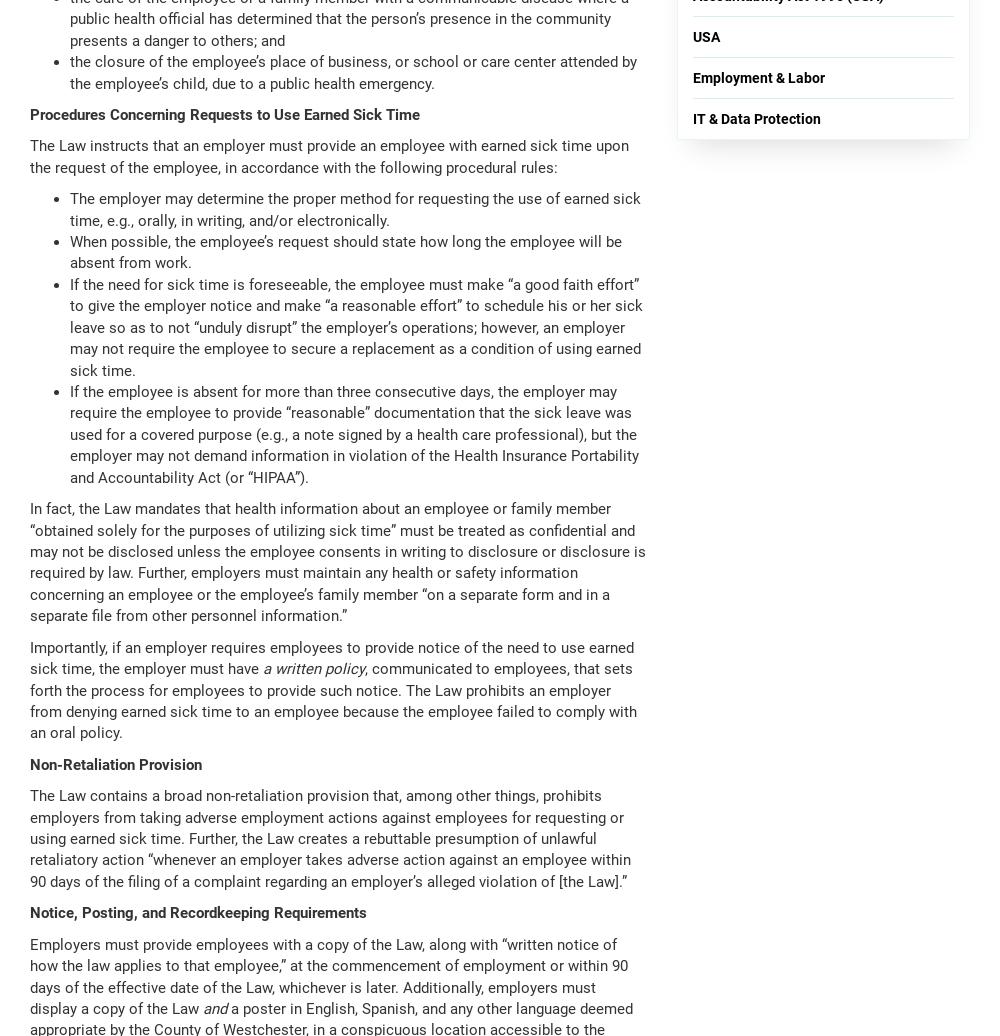 This screenshot has height=1036, width=1000. What do you see at coordinates (115, 764) in the screenshot?
I see `'Non-Retaliation Provision'` at bounding box center [115, 764].